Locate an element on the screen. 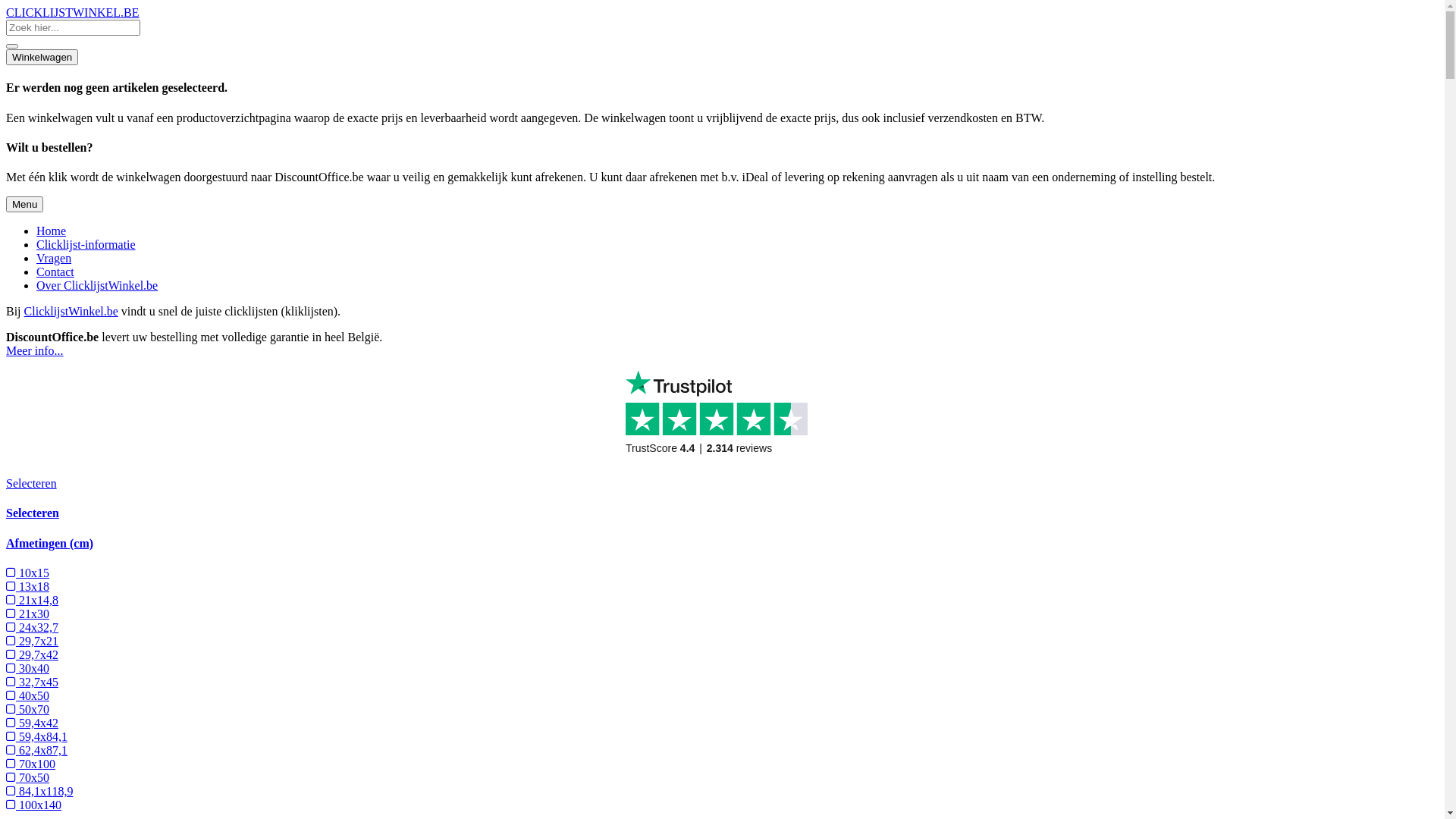 This screenshot has height=819, width=1456. 'Clicklijst-informatie' is located at coordinates (85, 243).